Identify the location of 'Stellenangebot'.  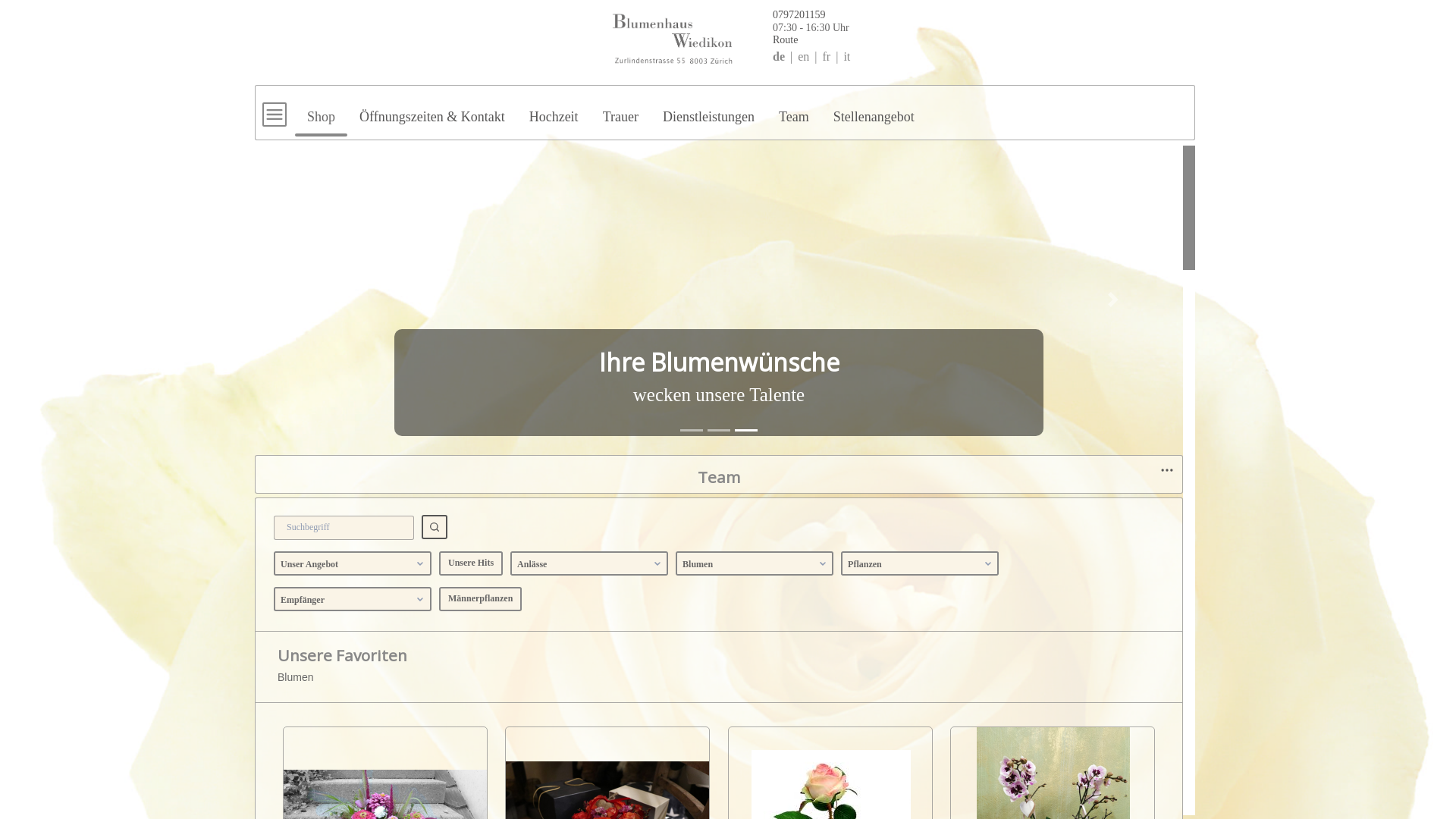
(874, 109).